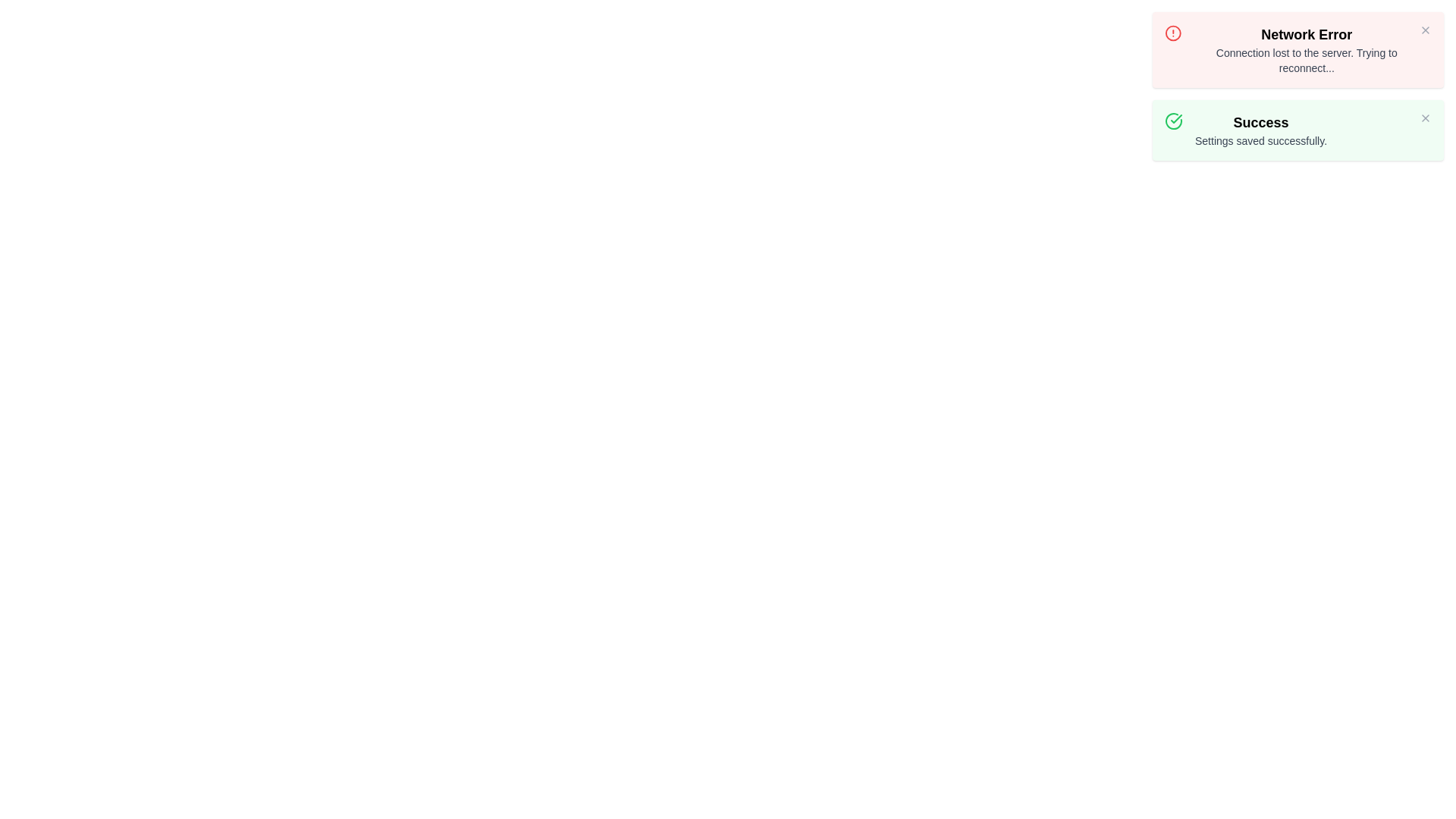 The image size is (1456, 819). What do you see at coordinates (1261, 140) in the screenshot?
I see `the feedback text label indicating successful settings save, located directly below the 'Success' text in the top-right corner notification box` at bounding box center [1261, 140].